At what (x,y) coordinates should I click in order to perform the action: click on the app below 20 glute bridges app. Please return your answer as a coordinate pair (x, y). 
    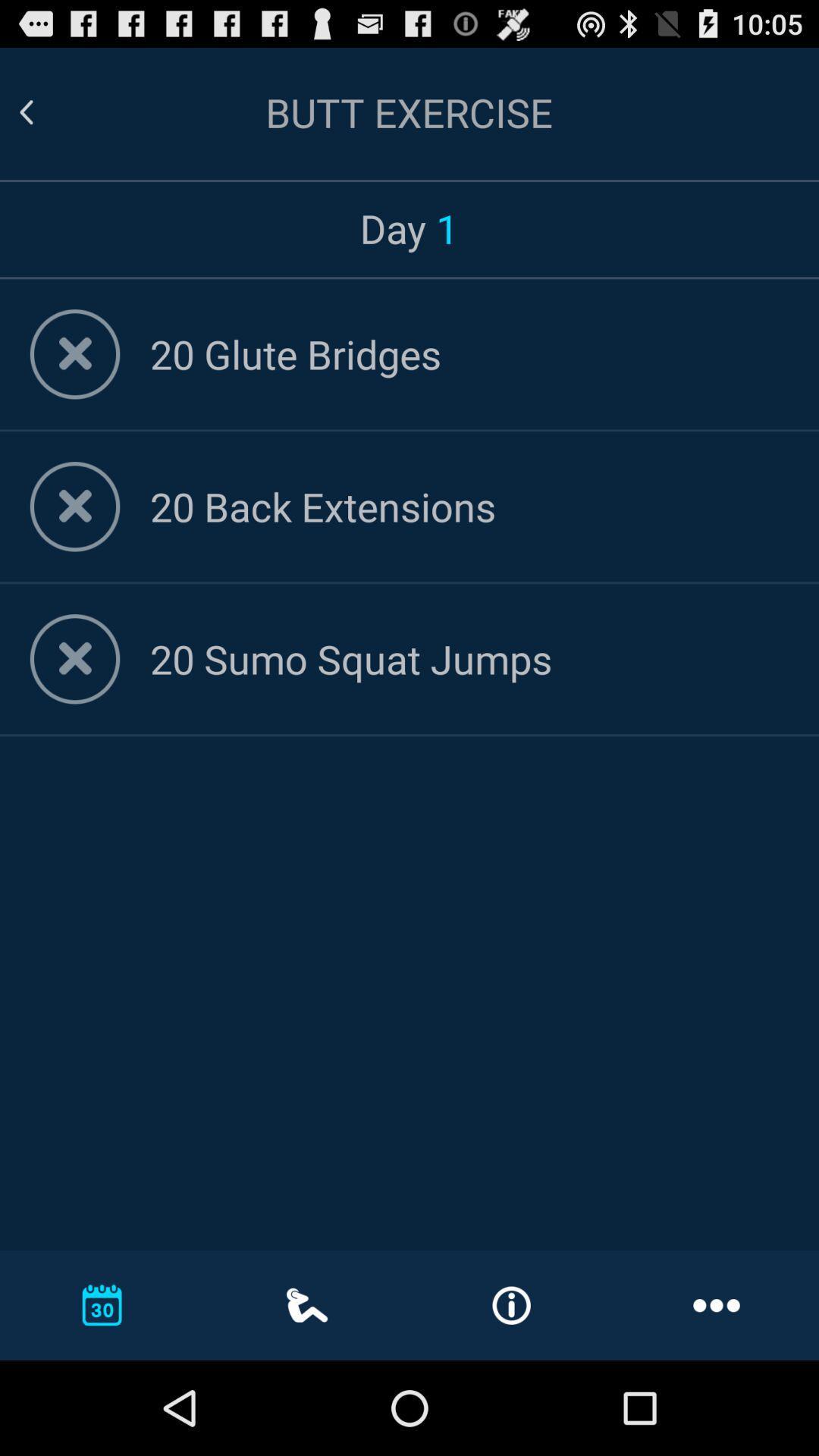
    Looking at the image, I should click on (469, 506).